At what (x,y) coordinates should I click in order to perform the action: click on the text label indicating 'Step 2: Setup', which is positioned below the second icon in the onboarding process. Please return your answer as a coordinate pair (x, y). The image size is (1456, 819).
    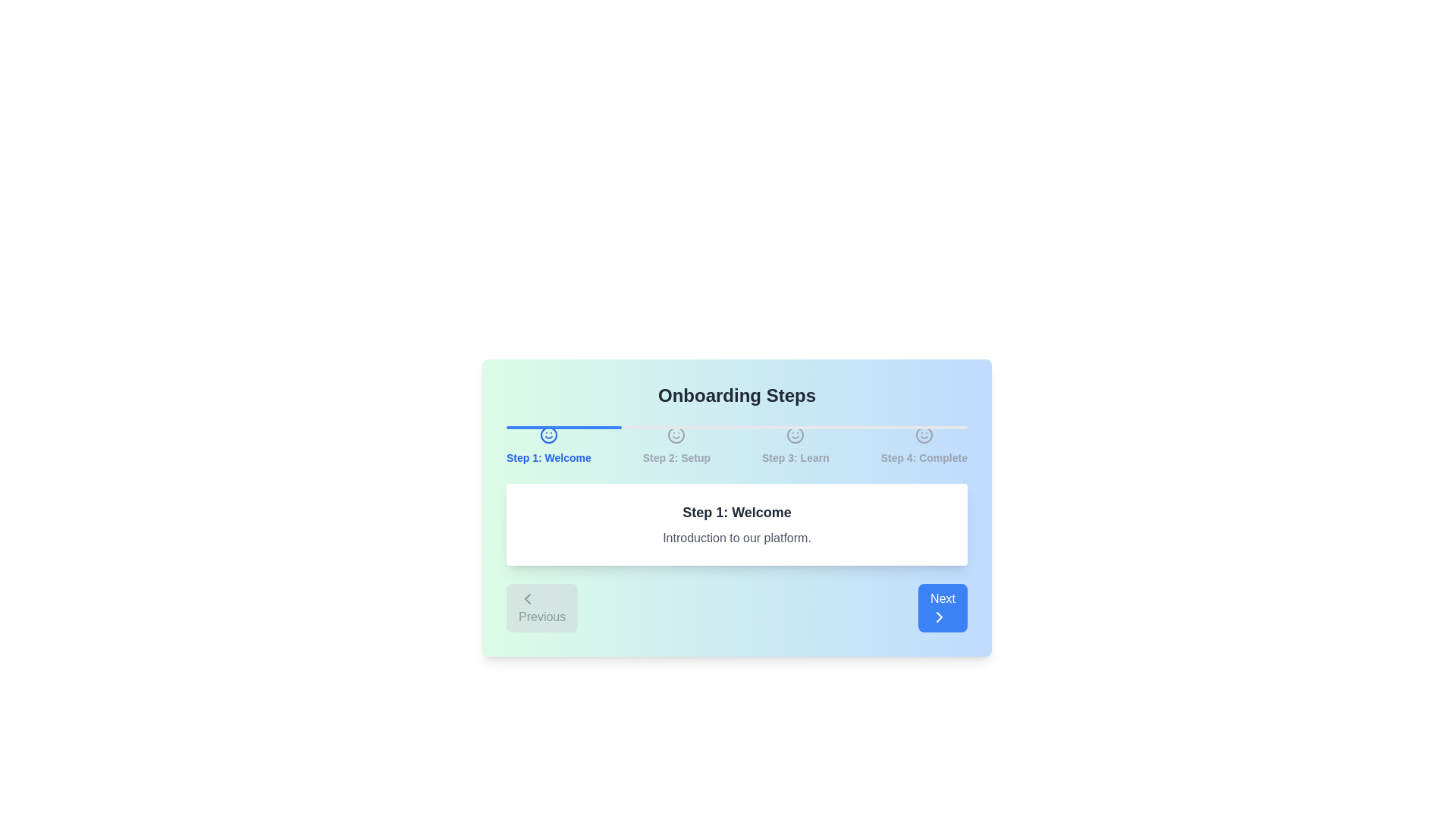
    Looking at the image, I should click on (676, 457).